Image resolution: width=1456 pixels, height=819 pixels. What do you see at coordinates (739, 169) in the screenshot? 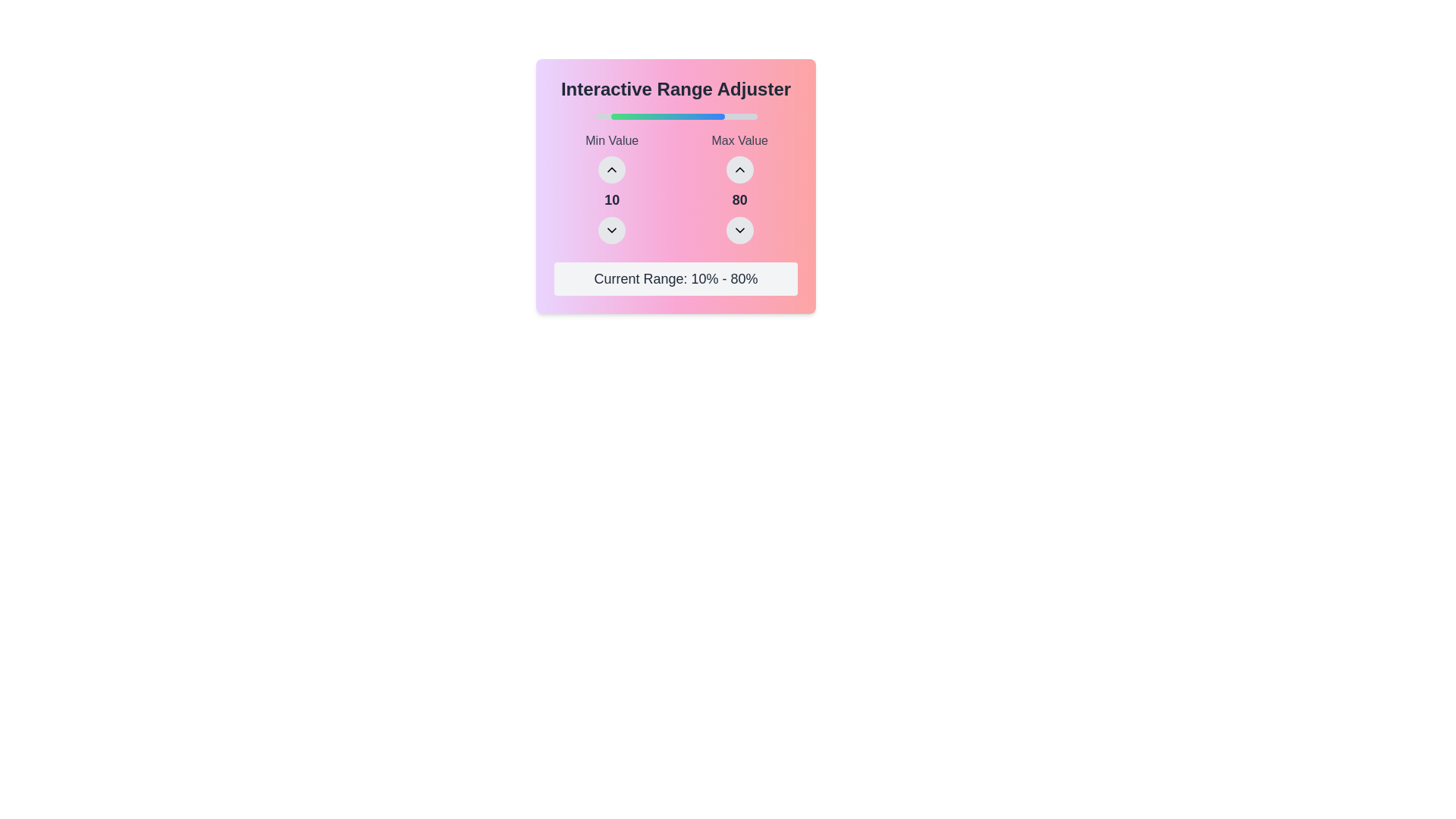
I see `the upward-pointing chevron icon button located above the numeric value '80' in the Max Value selector of the range control dialog to increment the value` at bounding box center [739, 169].